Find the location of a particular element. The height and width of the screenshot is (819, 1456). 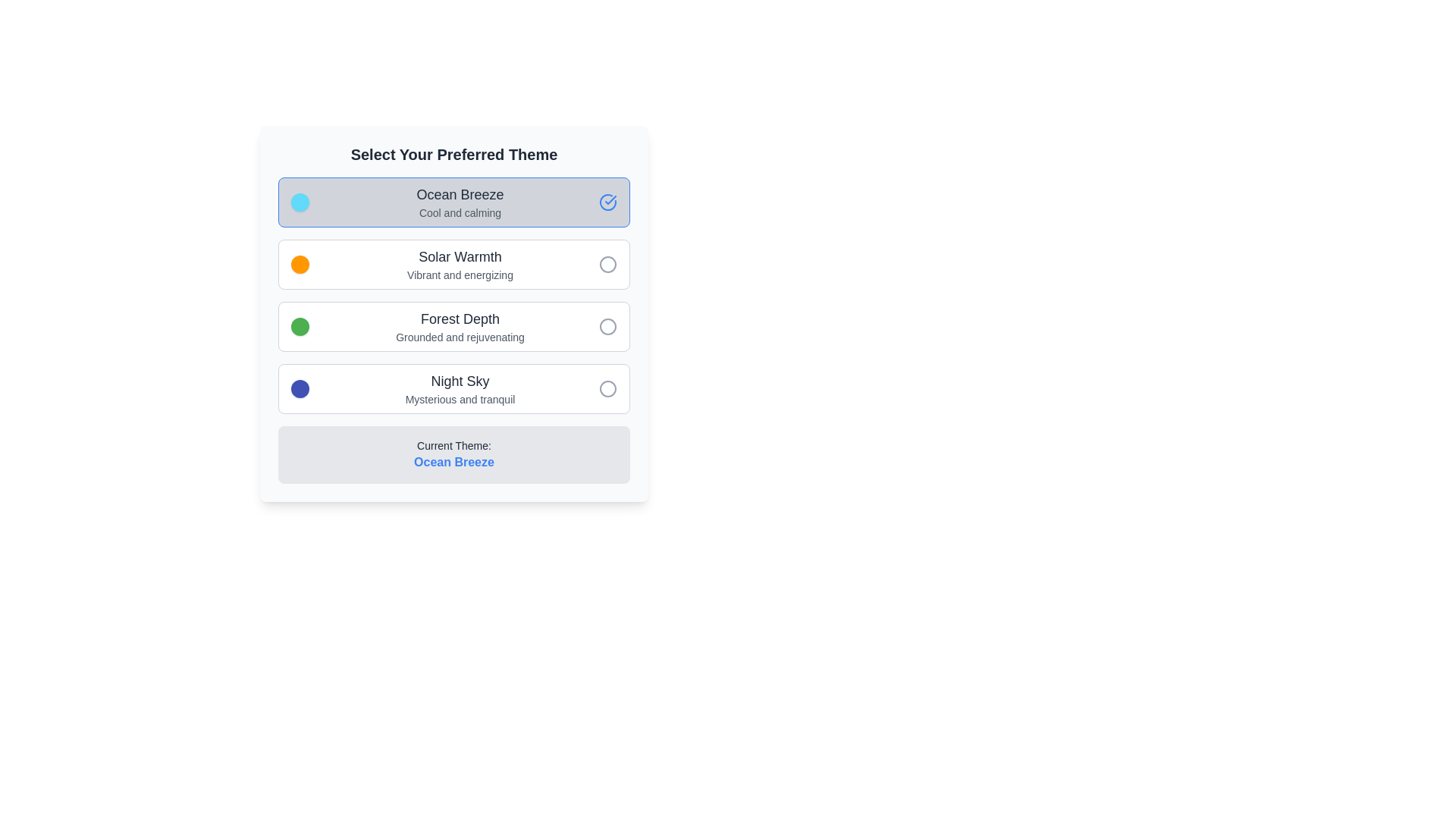

the text label reading 'Solar Warmth', which is styled with a larger and bolder font, positioned above 'Vibrant and energizing' is located at coordinates (459, 256).